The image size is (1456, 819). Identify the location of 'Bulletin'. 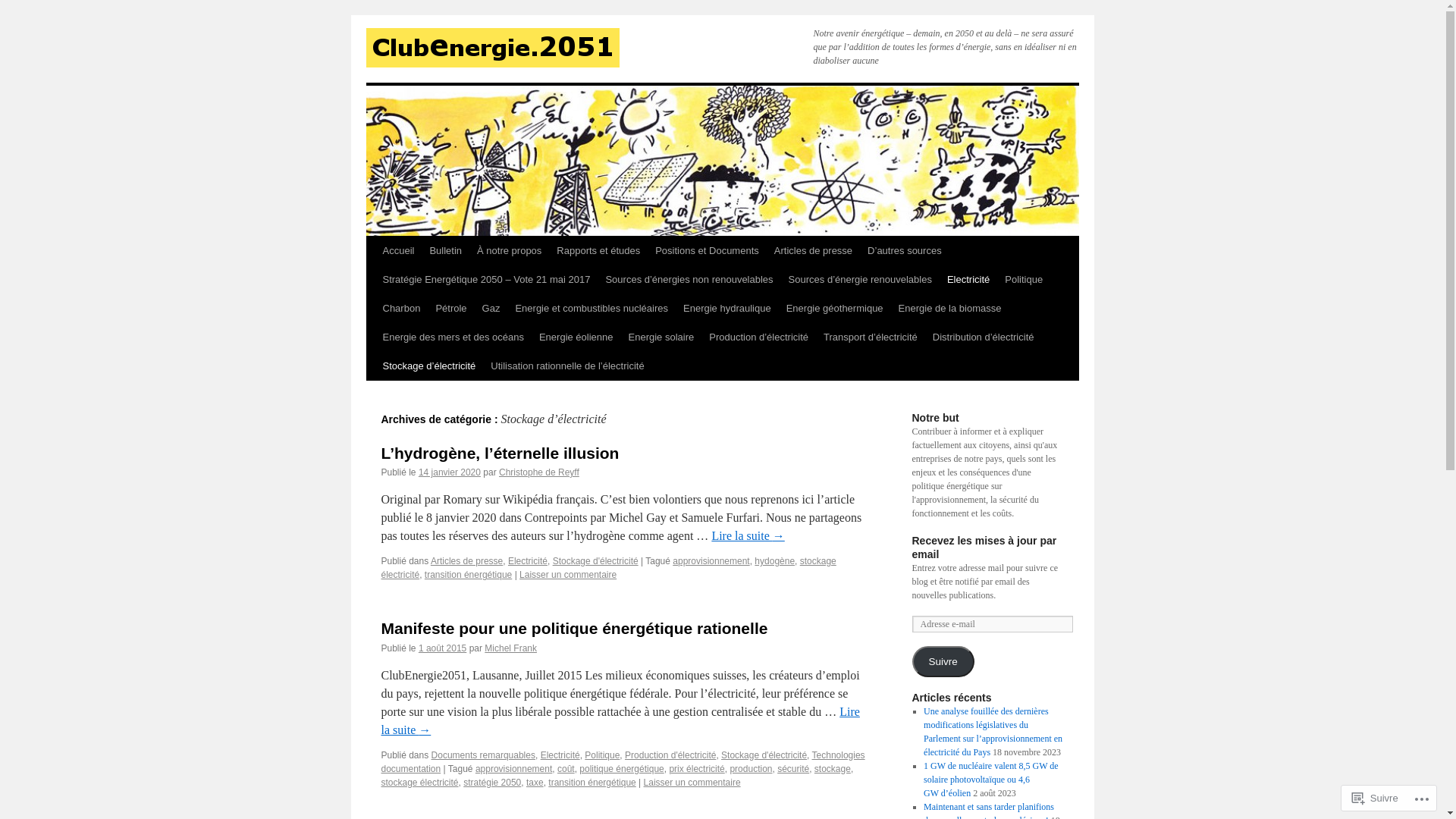
(444, 250).